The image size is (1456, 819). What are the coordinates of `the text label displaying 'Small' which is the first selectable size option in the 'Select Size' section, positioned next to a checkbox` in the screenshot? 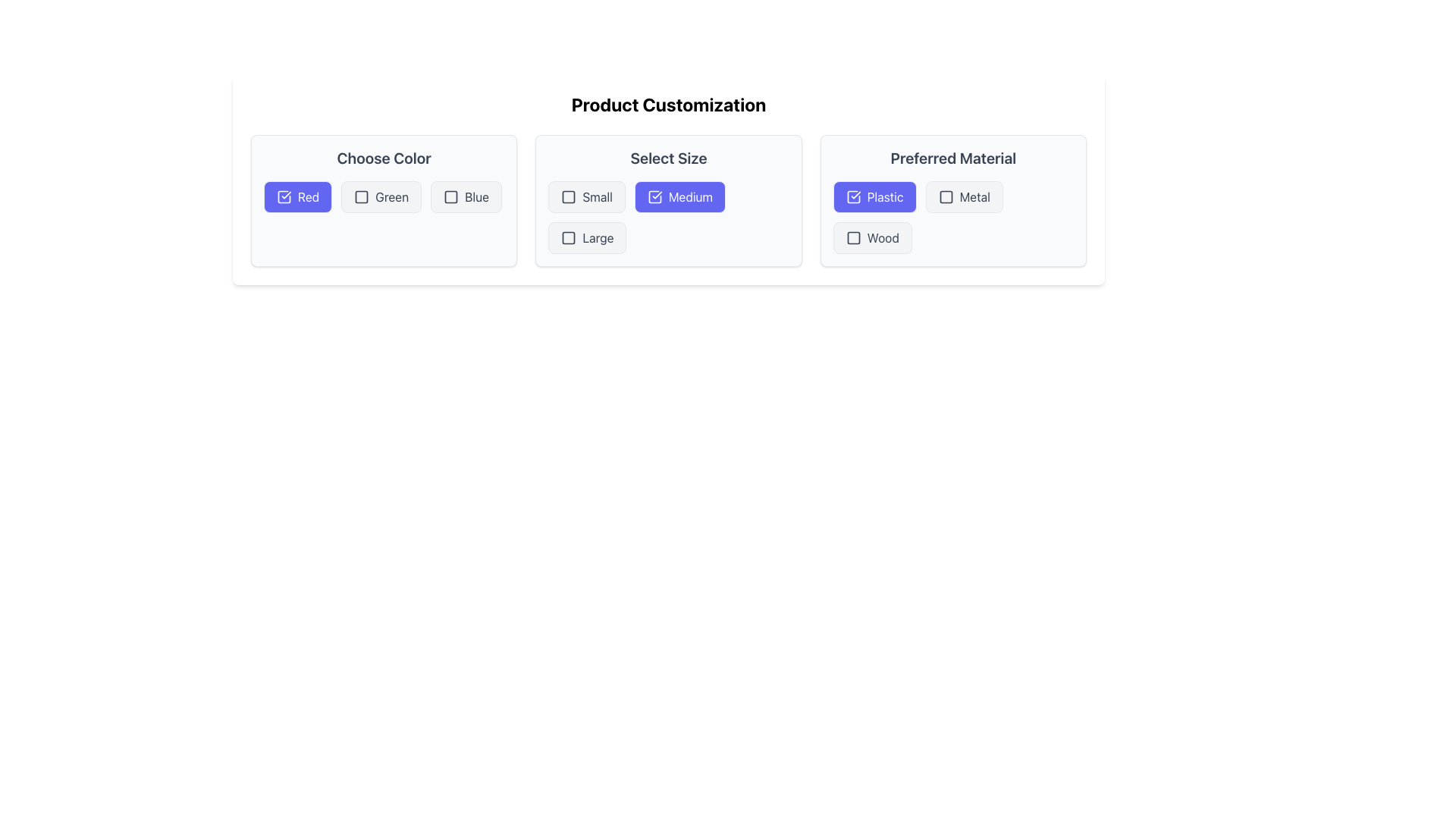 It's located at (597, 196).